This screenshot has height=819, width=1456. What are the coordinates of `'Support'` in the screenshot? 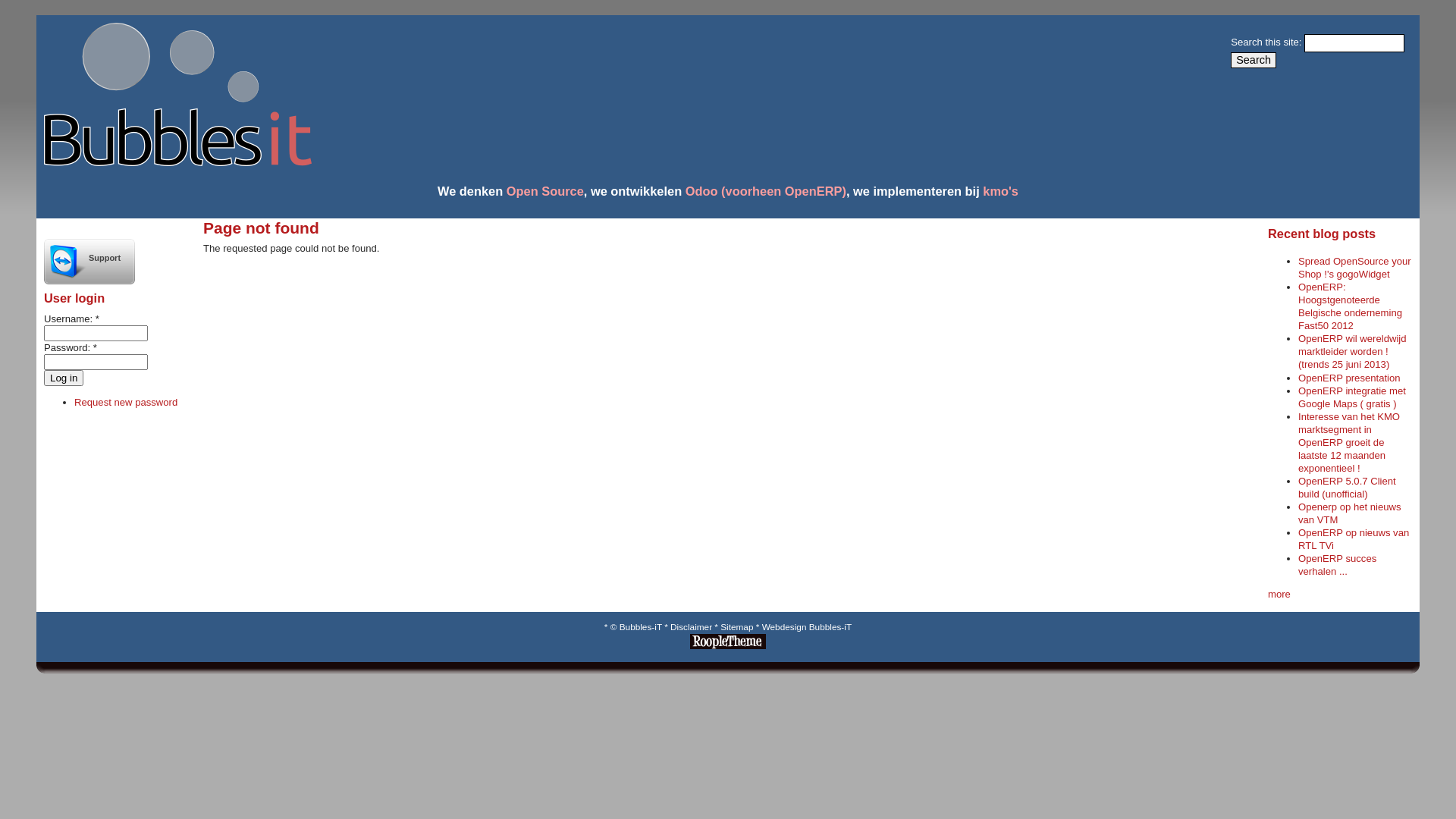 It's located at (89, 260).